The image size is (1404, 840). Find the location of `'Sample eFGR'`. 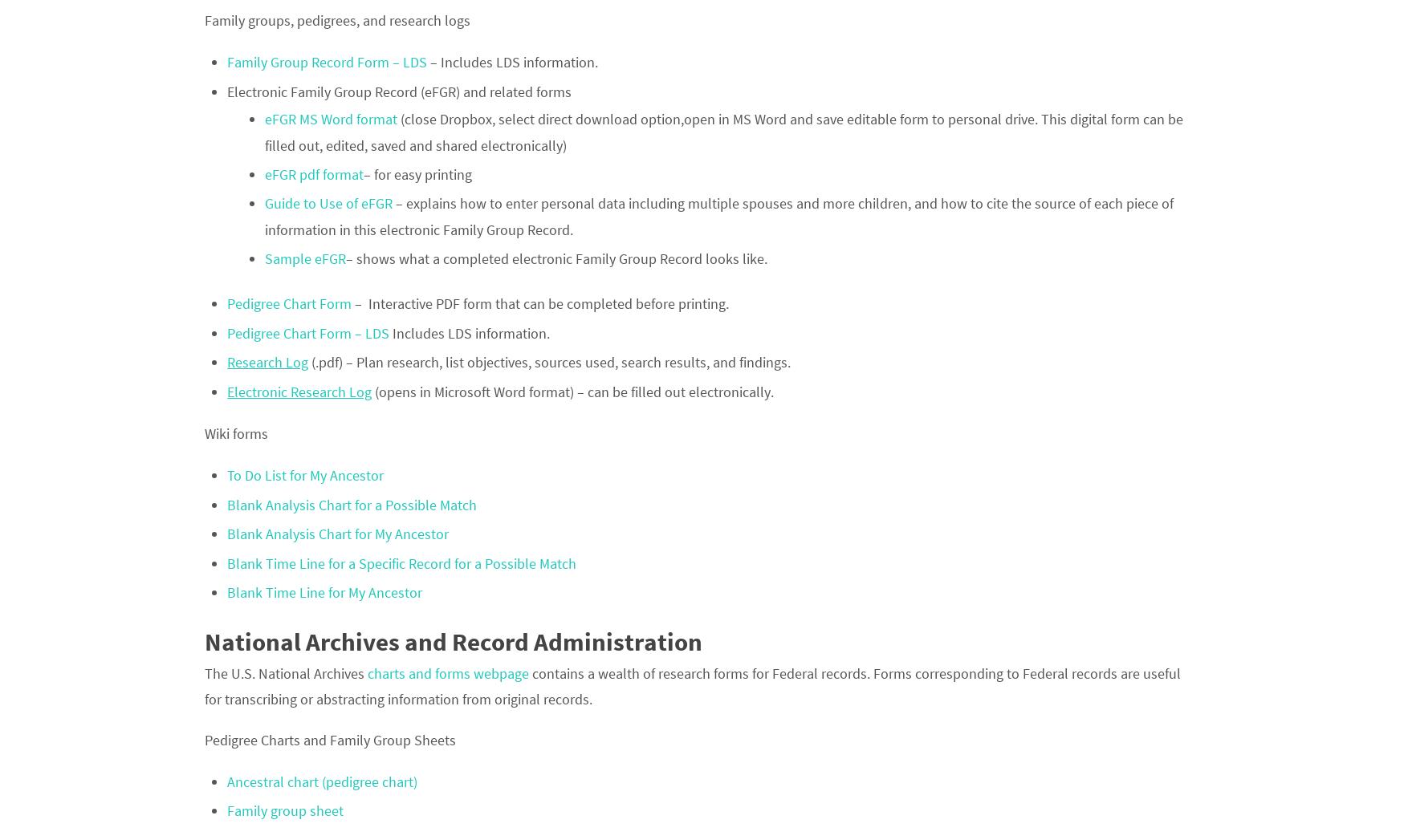

'Sample eFGR' is located at coordinates (264, 258).